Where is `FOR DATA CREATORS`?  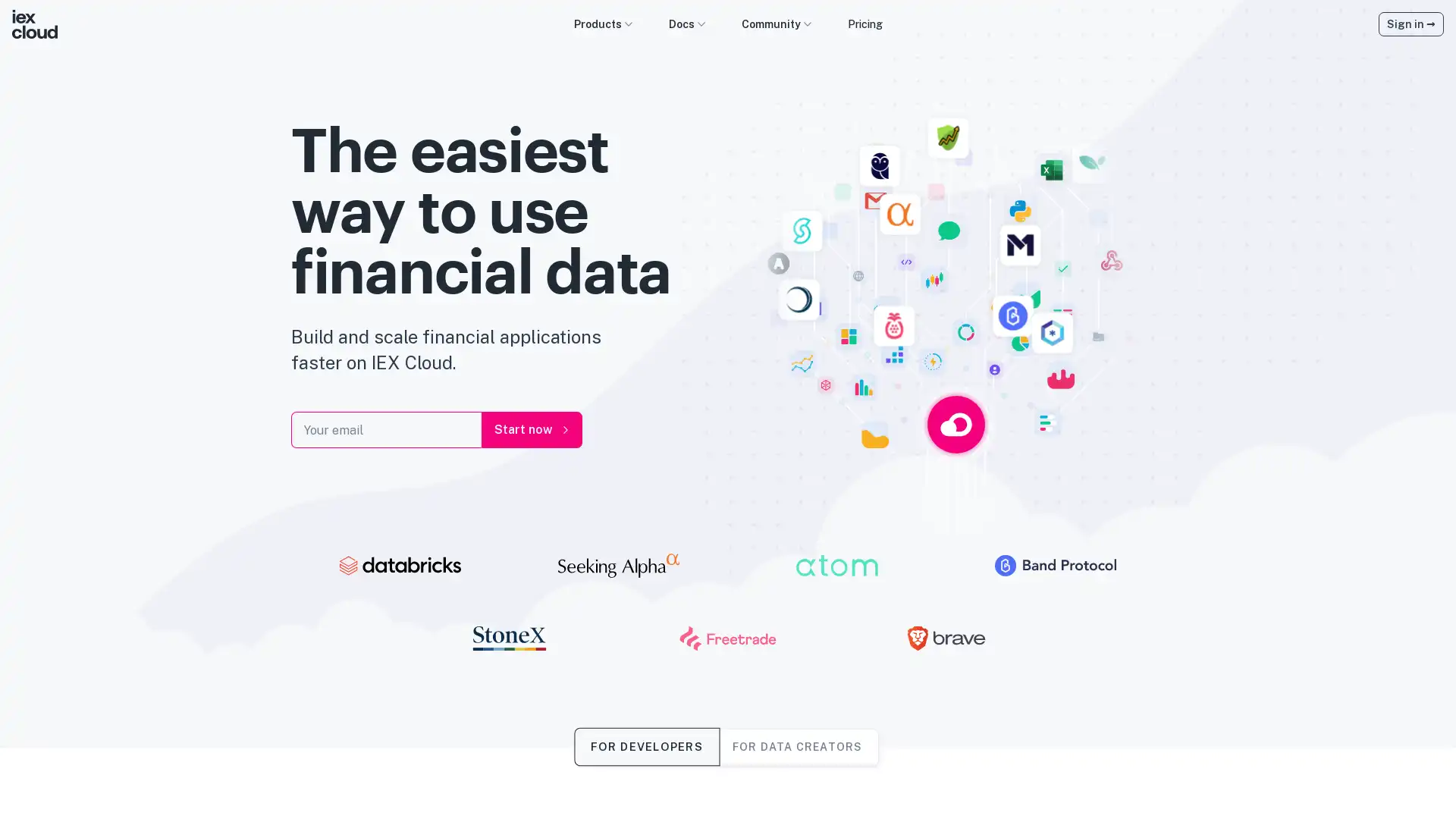
FOR DATA CREATORS is located at coordinates (796, 745).